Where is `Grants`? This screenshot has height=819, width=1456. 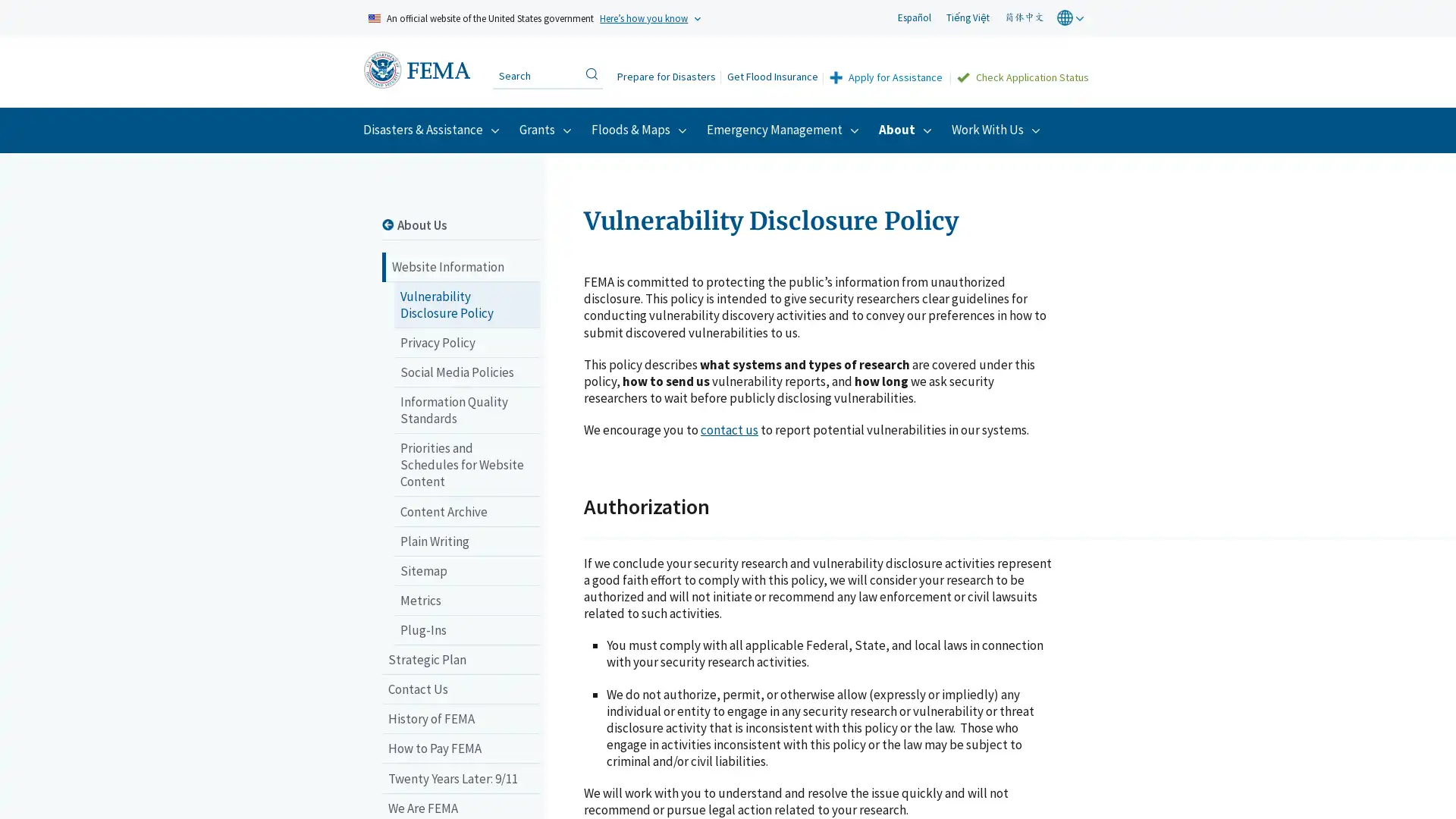 Grants is located at coordinates (547, 128).